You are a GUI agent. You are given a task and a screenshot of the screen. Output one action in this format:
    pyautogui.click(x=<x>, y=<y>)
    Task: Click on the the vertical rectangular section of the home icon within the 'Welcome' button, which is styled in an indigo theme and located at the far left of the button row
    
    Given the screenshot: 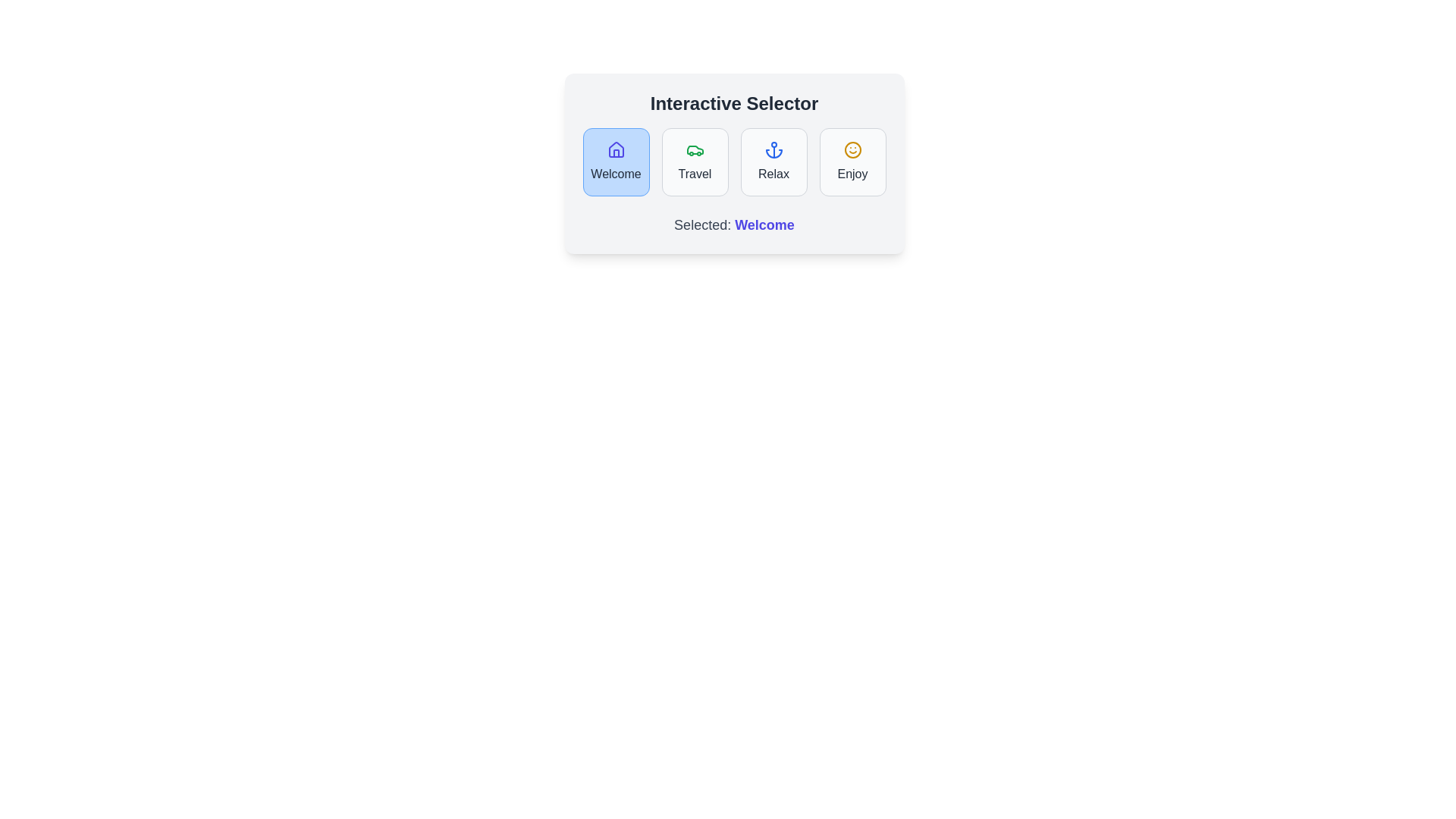 What is the action you would take?
    pyautogui.click(x=616, y=153)
    